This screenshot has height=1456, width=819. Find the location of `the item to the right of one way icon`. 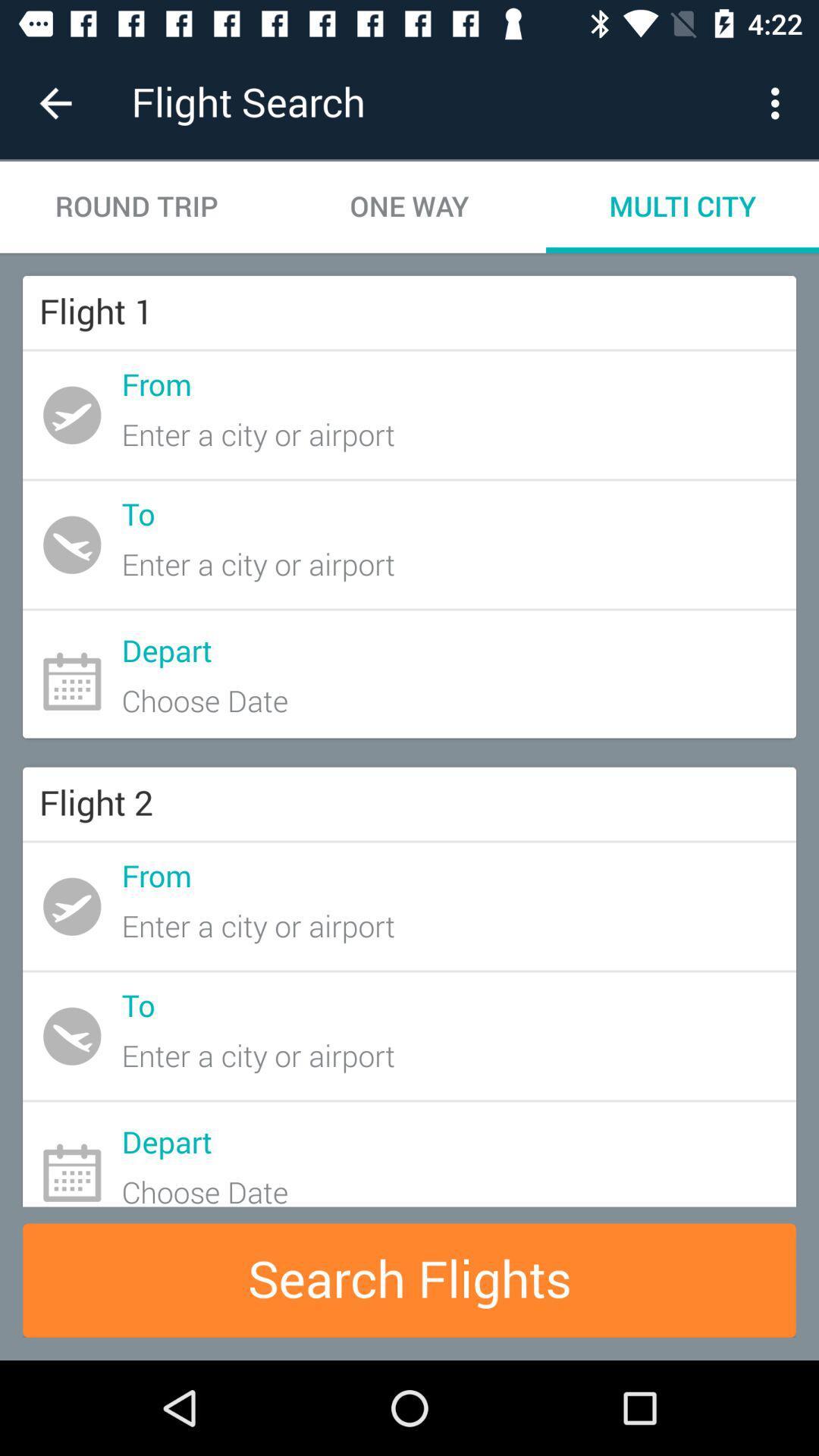

the item to the right of one way icon is located at coordinates (681, 206).